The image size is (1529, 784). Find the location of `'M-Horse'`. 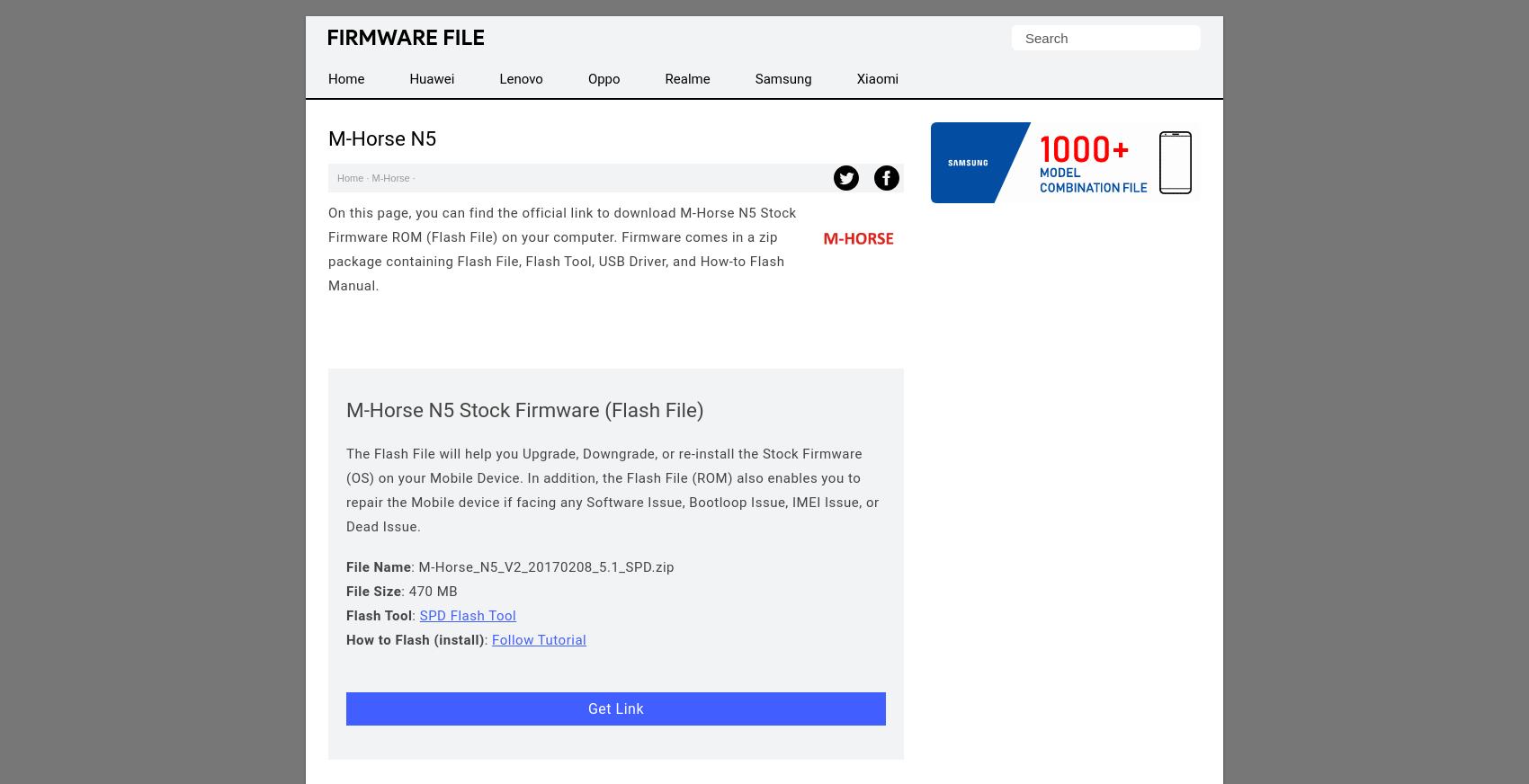

'M-Horse' is located at coordinates (390, 178).